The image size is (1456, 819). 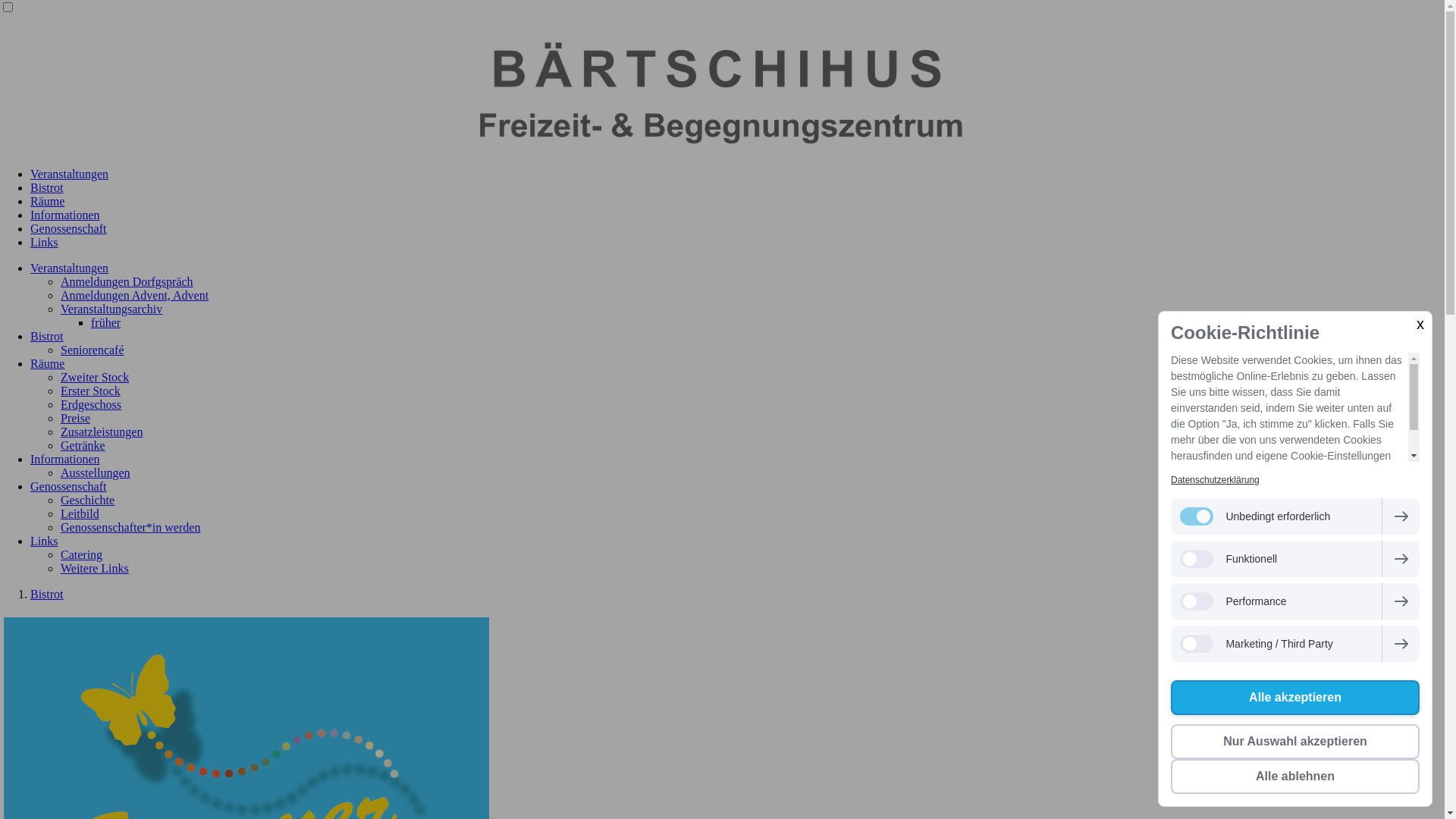 I want to click on 'Ausstellungen', so click(x=94, y=472).